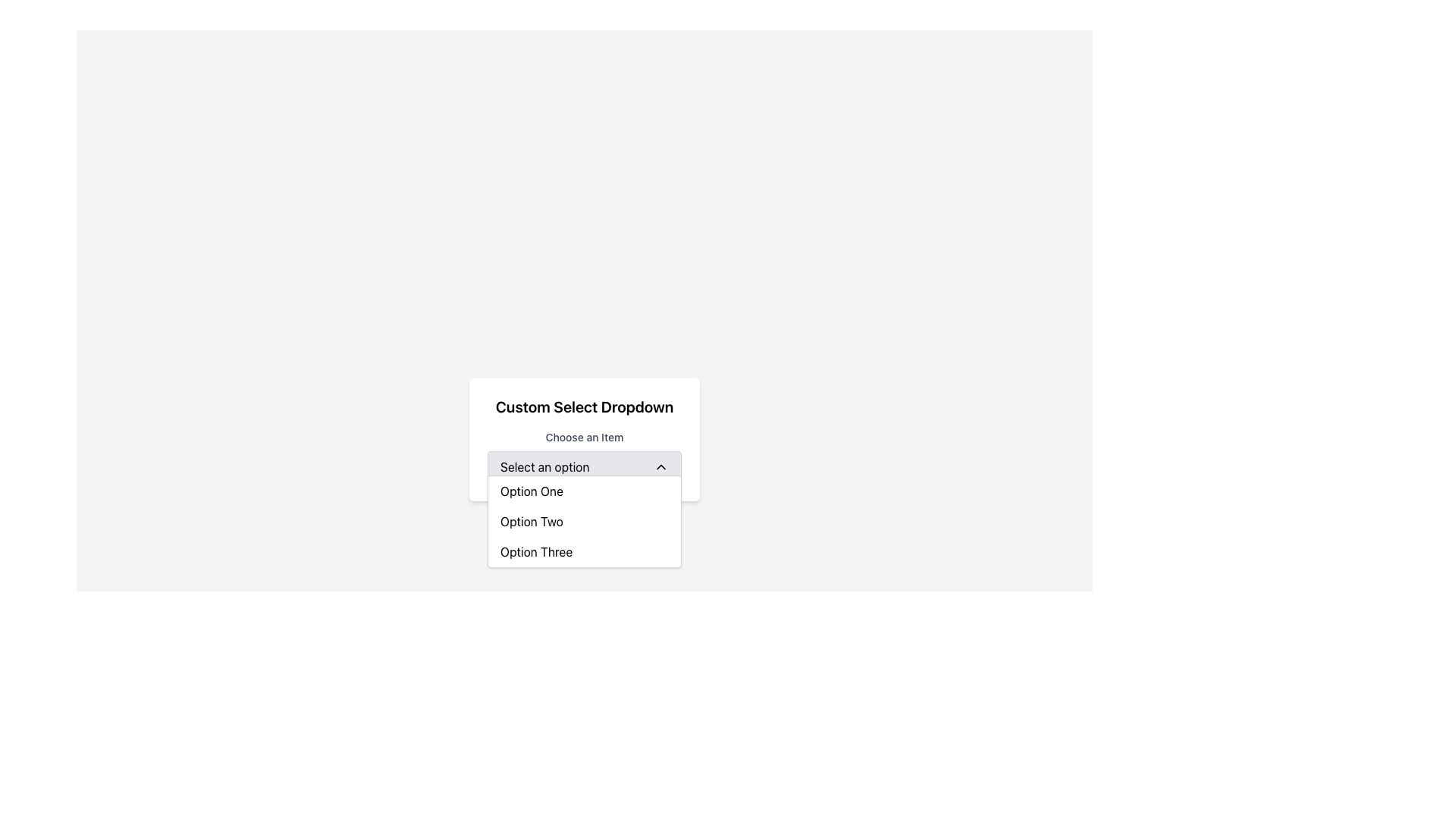  What do you see at coordinates (584, 438) in the screenshot?
I see `the text label displaying 'Choose an Item', which is a small gray font header for the dropdown below` at bounding box center [584, 438].